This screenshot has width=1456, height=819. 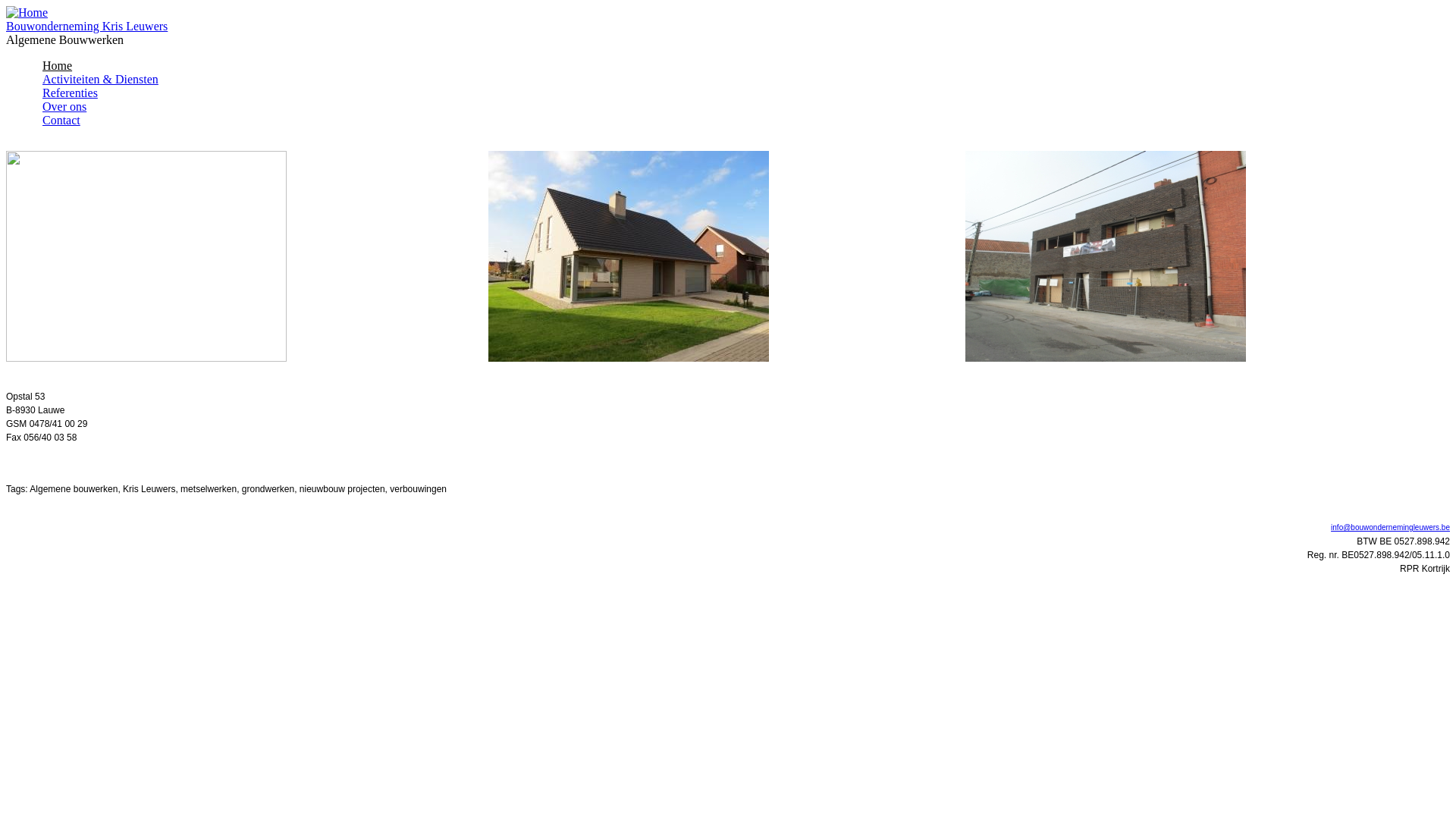 What do you see at coordinates (64, 105) in the screenshot?
I see `'Over ons'` at bounding box center [64, 105].